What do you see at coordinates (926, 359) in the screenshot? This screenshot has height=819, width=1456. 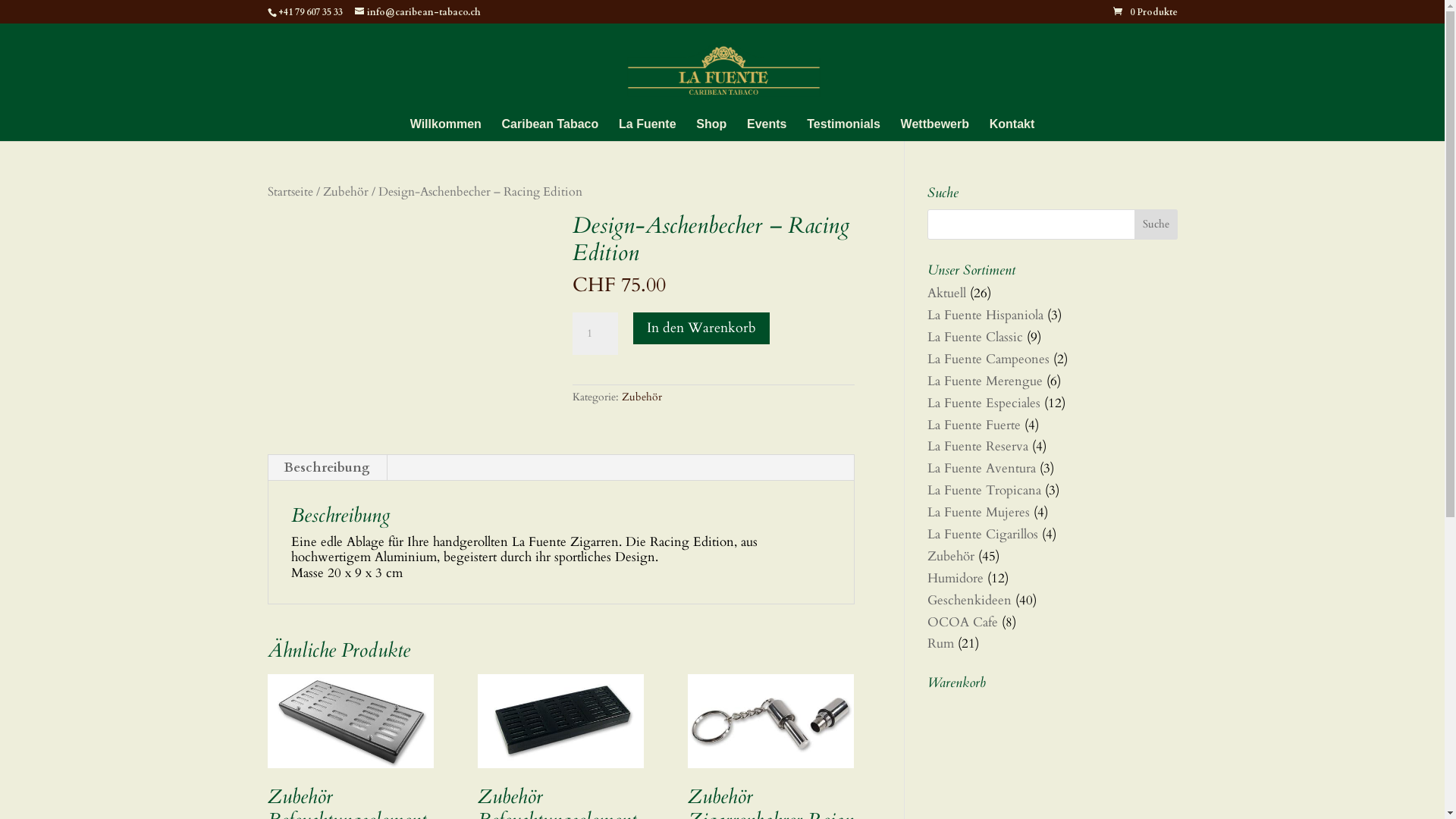 I see `'La Fuente Campeones'` at bounding box center [926, 359].